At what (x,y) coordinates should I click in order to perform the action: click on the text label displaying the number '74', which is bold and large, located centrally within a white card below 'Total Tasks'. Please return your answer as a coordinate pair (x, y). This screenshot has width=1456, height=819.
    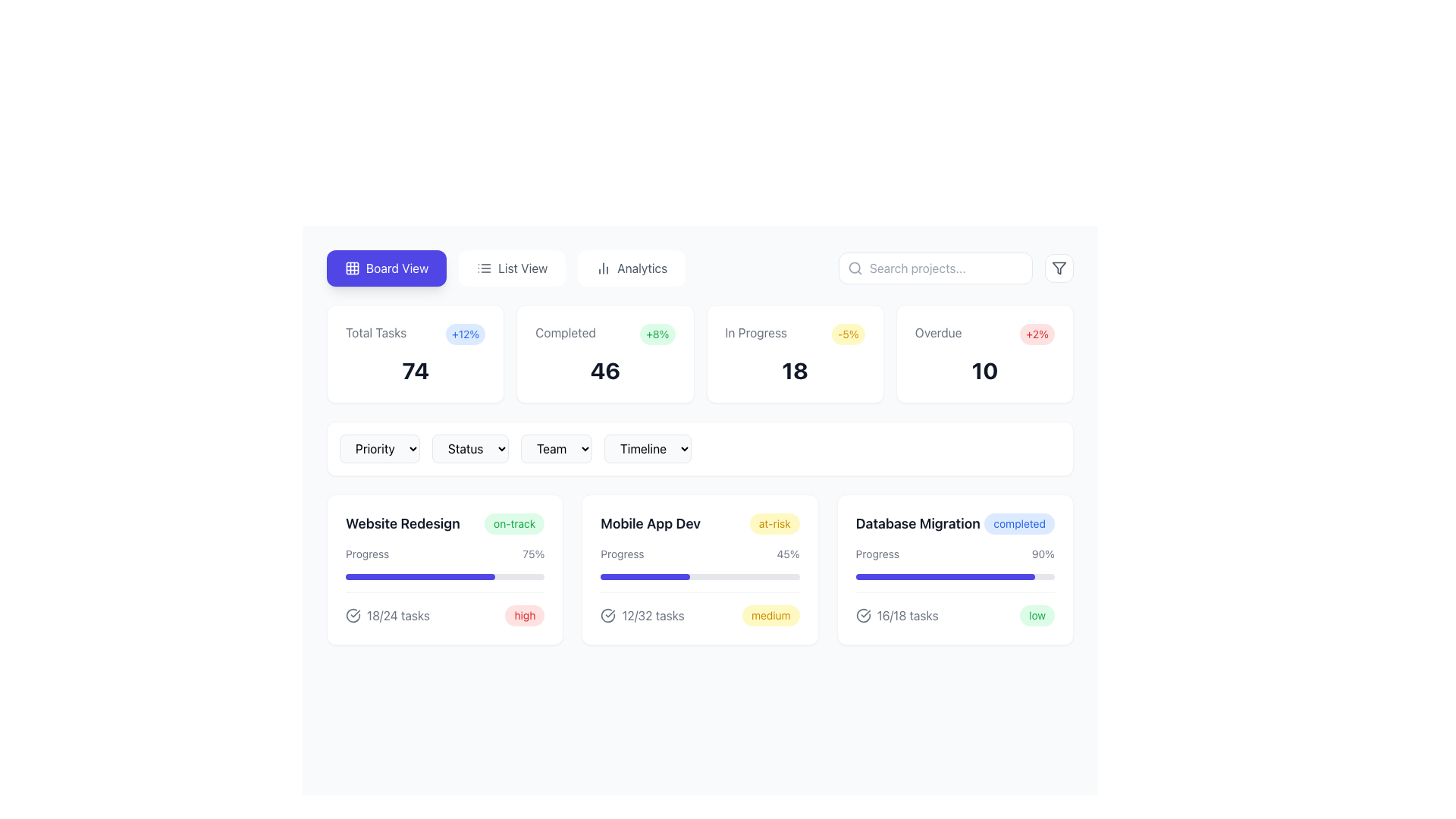
    Looking at the image, I should click on (416, 371).